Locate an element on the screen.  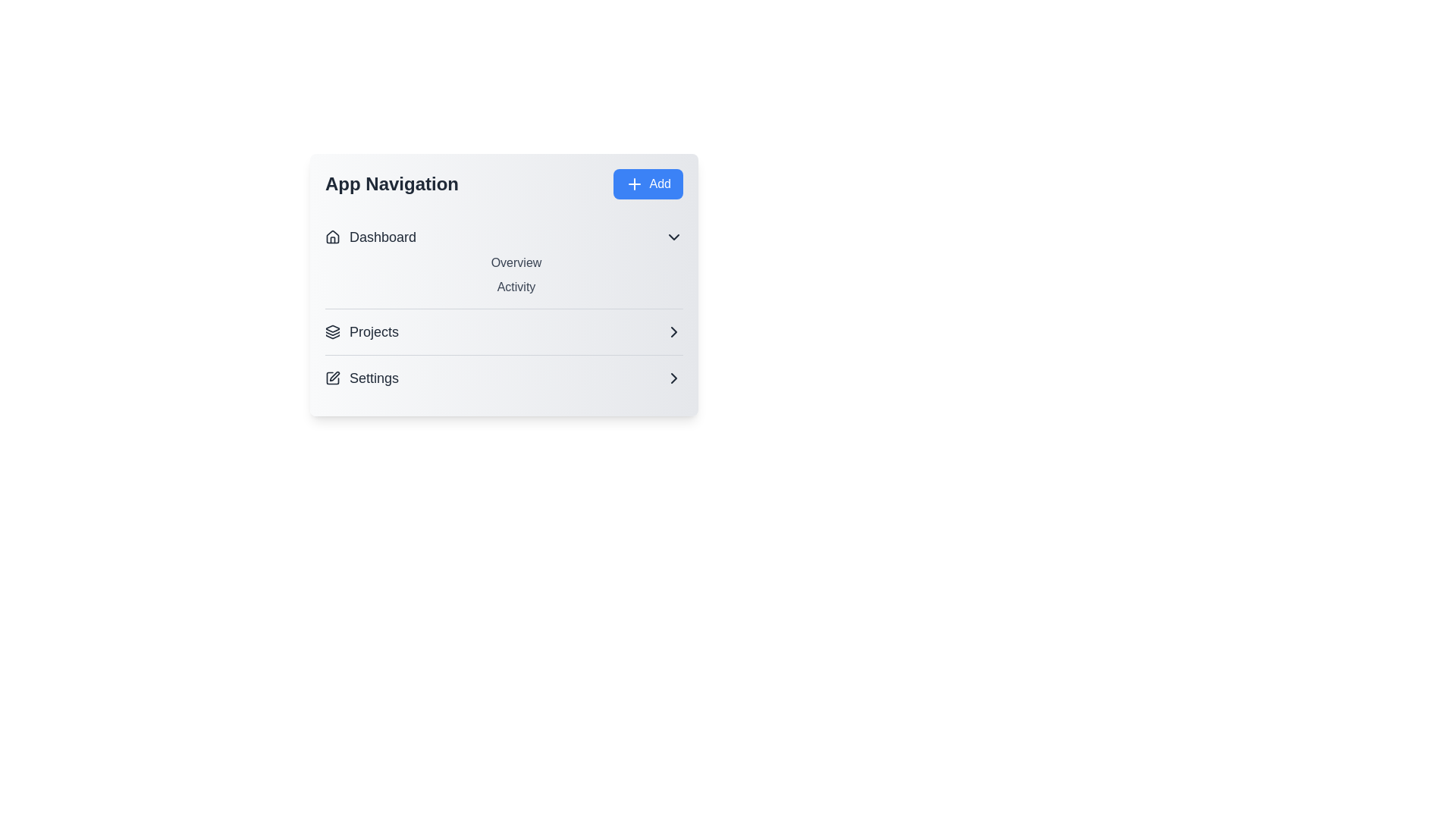
the dropdown button of the 'Dashboard' category to toggle its visibility is located at coordinates (673, 237).